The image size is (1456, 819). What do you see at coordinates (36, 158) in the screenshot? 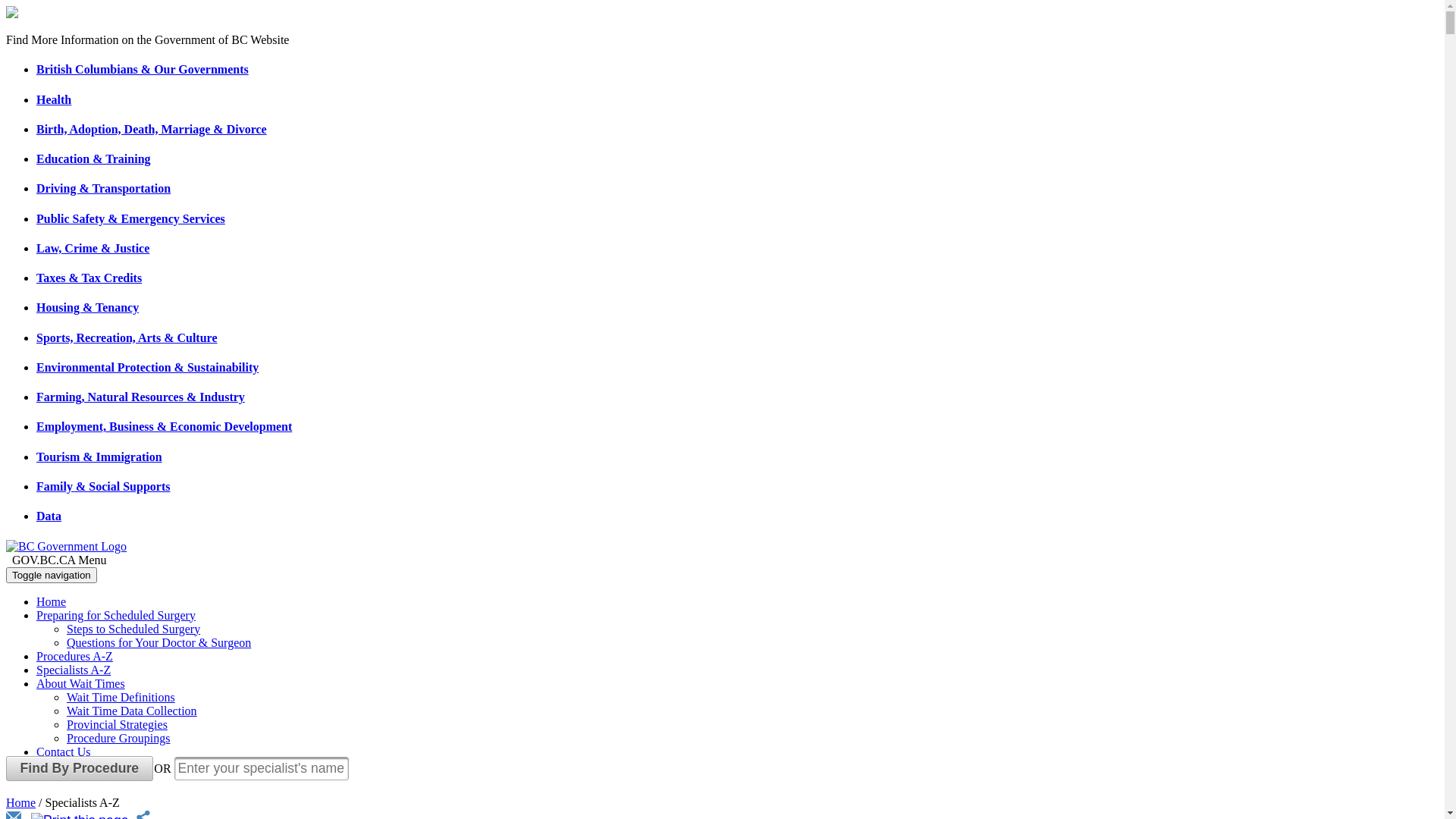
I see `'Education & Training'` at bounding box center [36, 158].